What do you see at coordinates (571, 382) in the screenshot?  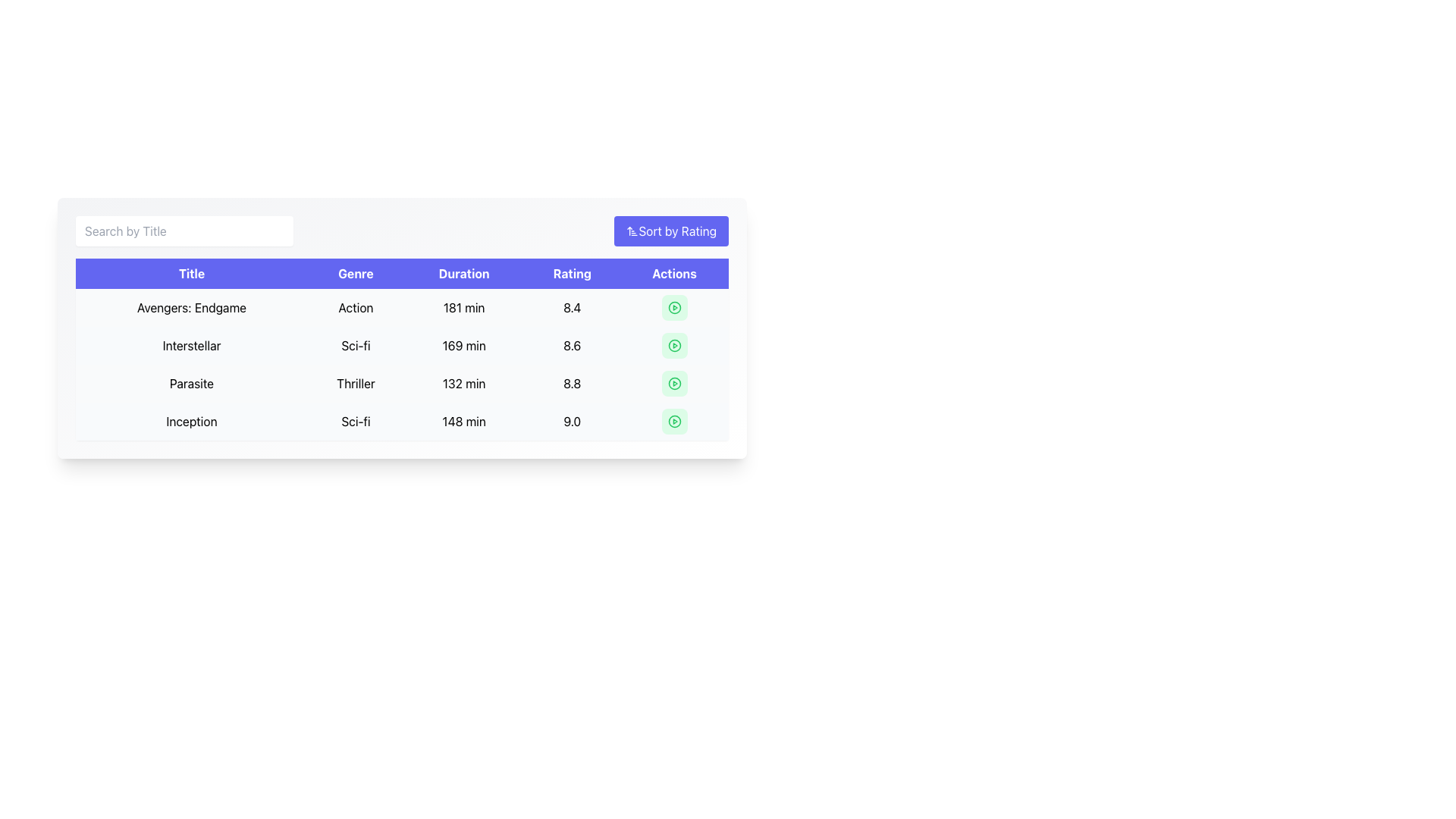 I see `the static text element displaying '8.8', located in the 'Rating' column of the movie 'Parasite'` at bounding box center [571, 382].